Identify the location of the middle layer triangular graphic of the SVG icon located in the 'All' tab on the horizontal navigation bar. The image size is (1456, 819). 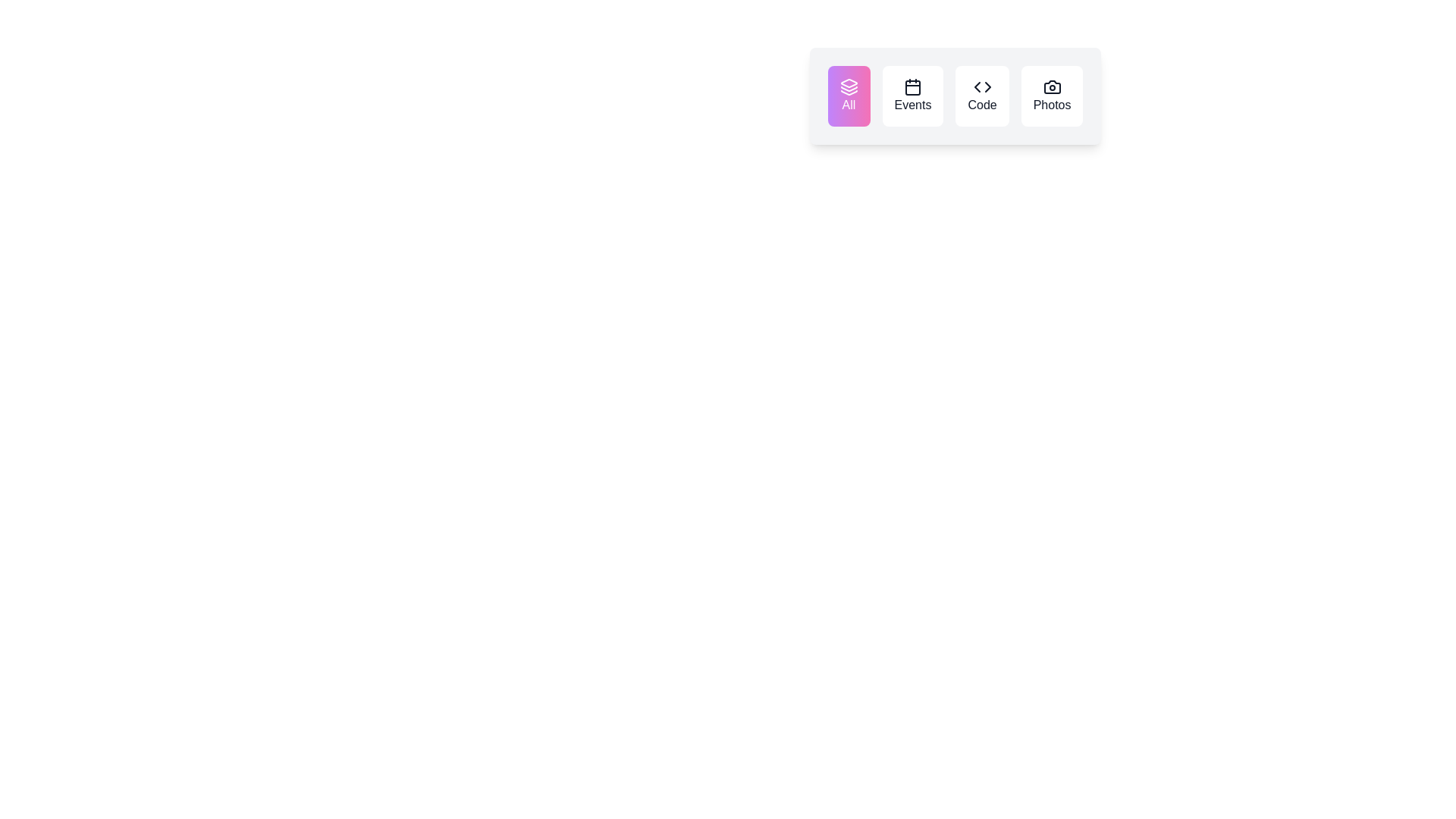
(848, 89).